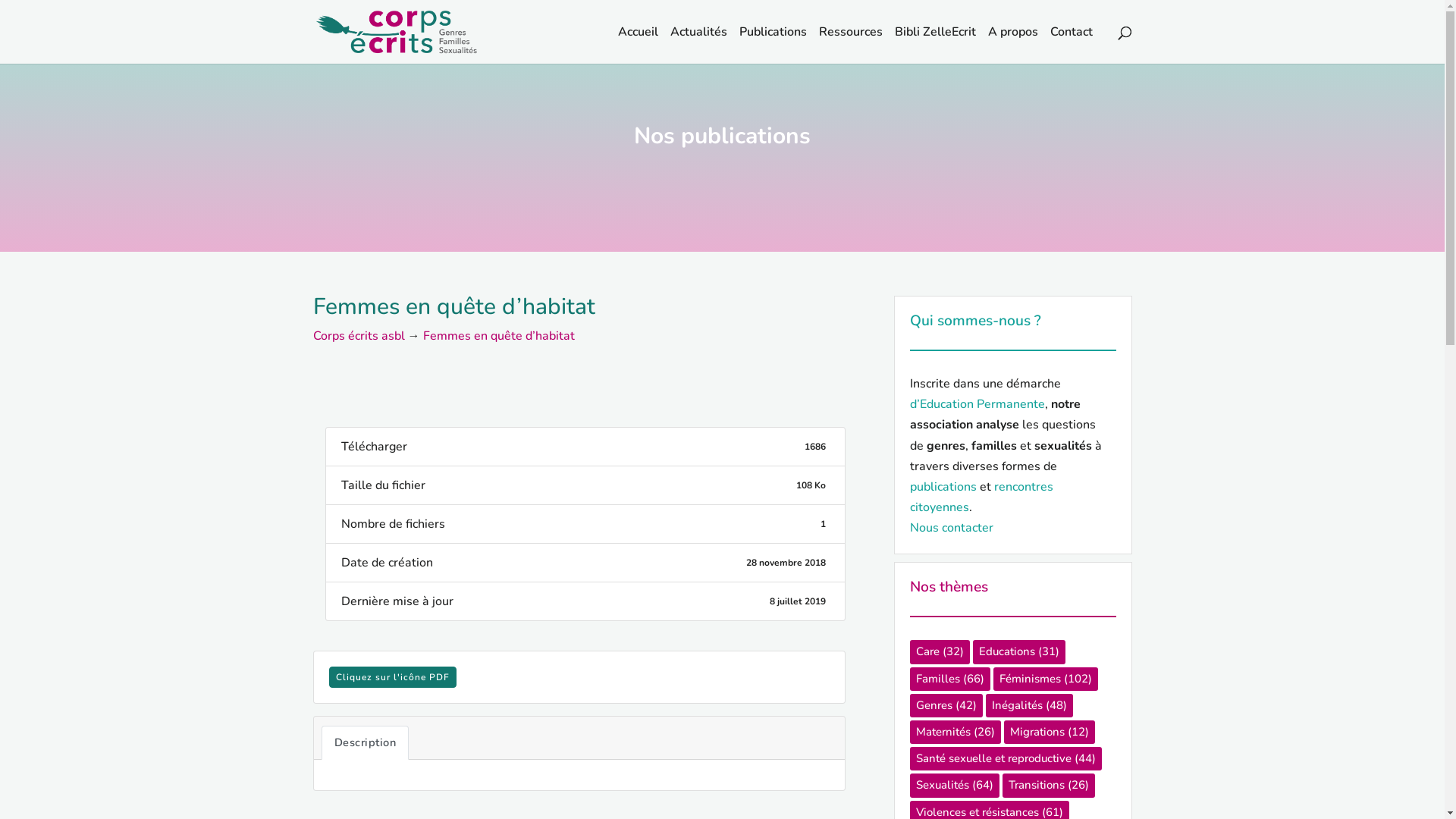  I want to click on 'Familles (66)', so click(910, 678).